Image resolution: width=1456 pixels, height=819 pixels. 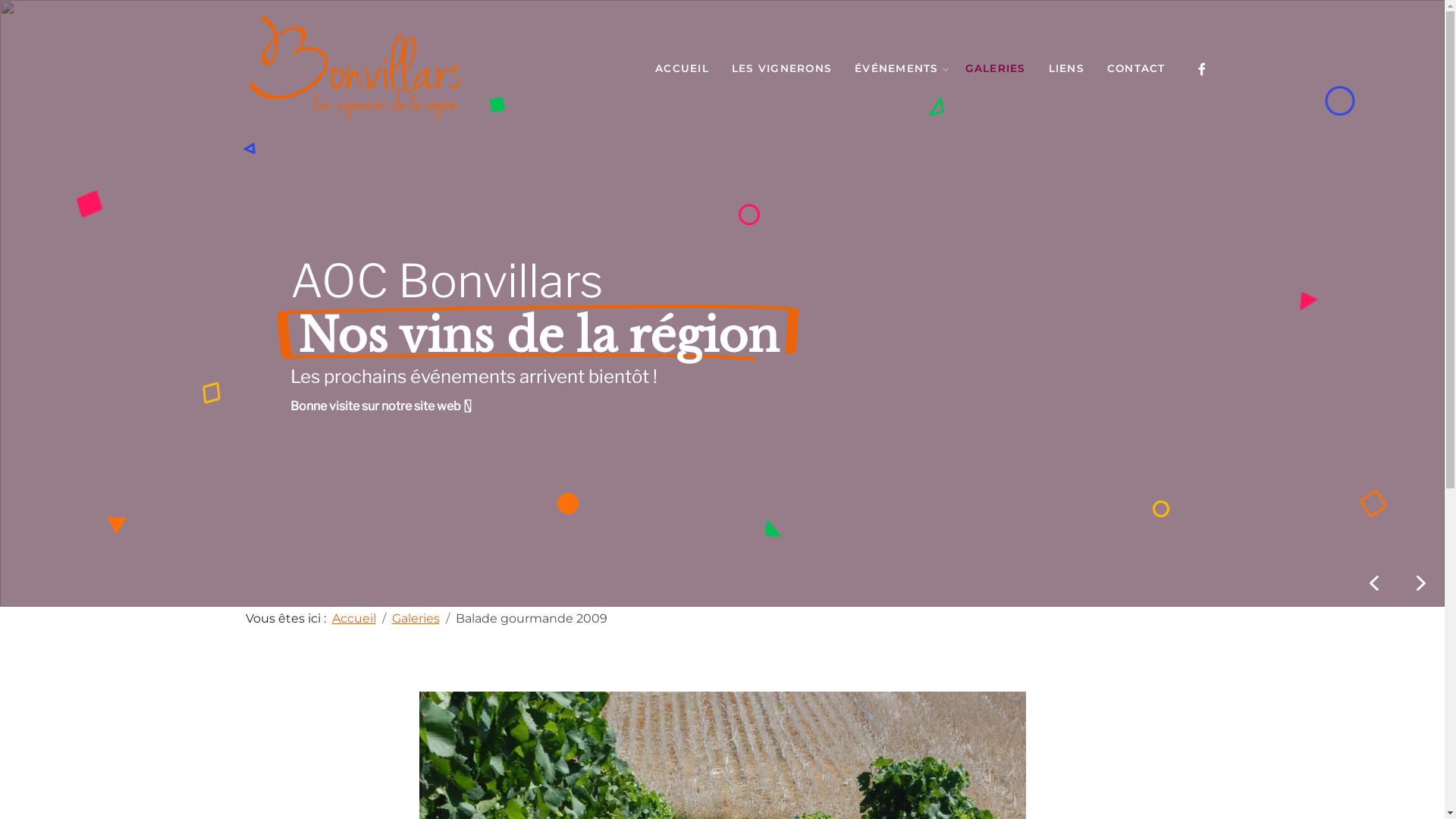 I want to click on 'LES VIGNERONS', so click(x=782, y=67).